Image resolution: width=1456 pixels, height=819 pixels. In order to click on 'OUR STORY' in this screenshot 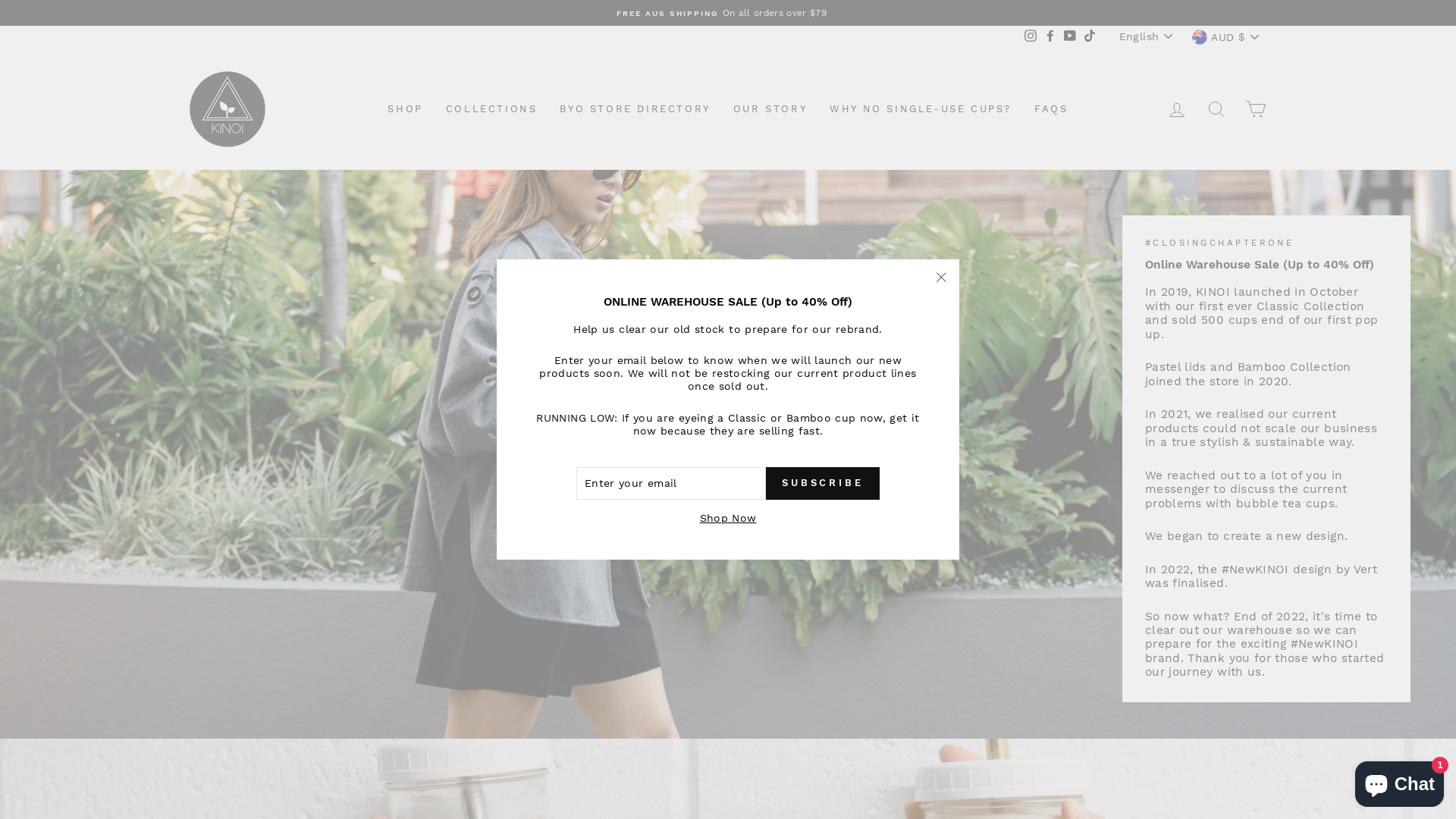, I will do `click(720, 108)`.